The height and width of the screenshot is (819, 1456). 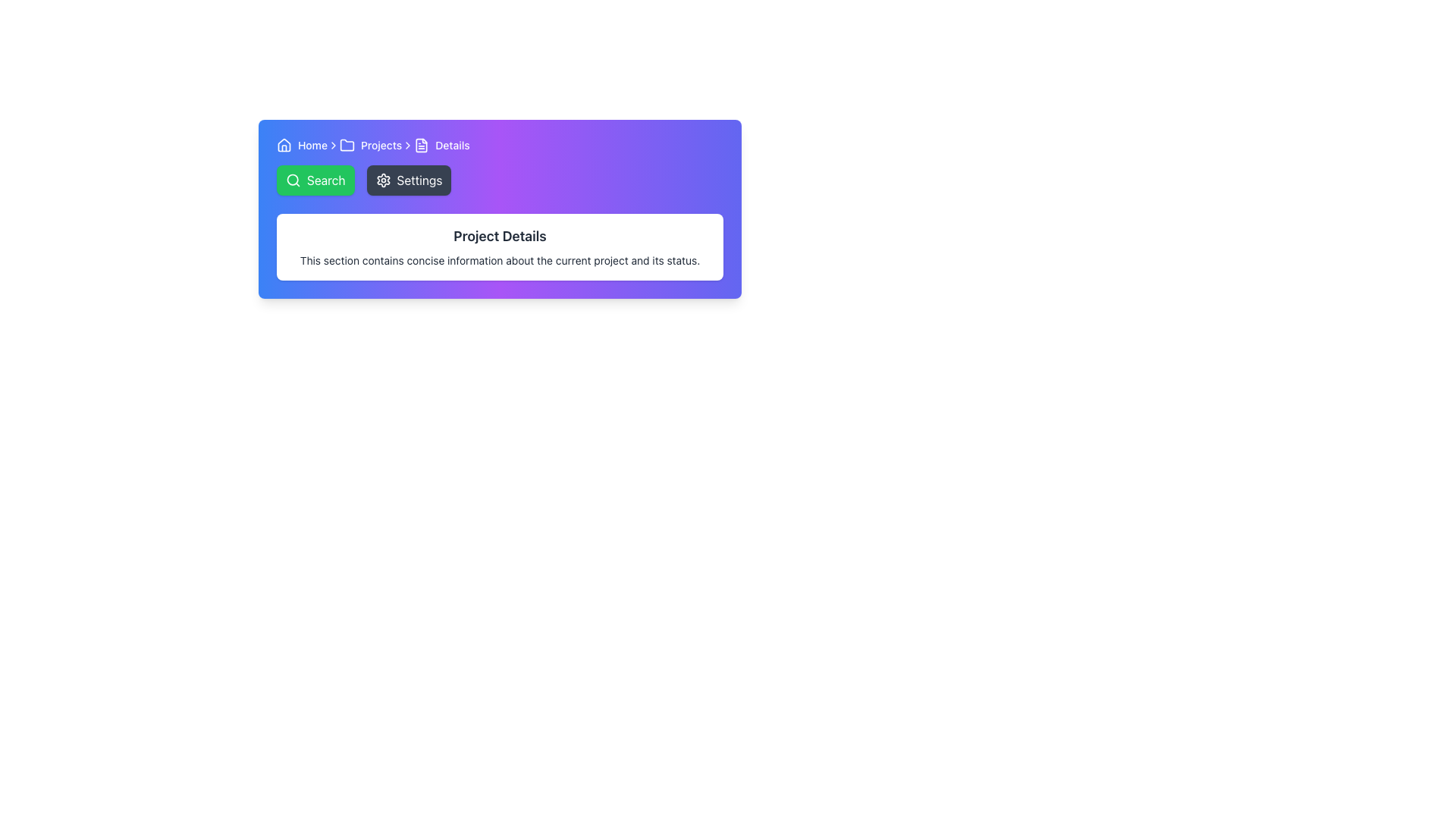 What do you see at coordinates (381, 146) in the screenshot?
I see `the 'Projects' breadcrumb label` at bounding box center [381, 146].